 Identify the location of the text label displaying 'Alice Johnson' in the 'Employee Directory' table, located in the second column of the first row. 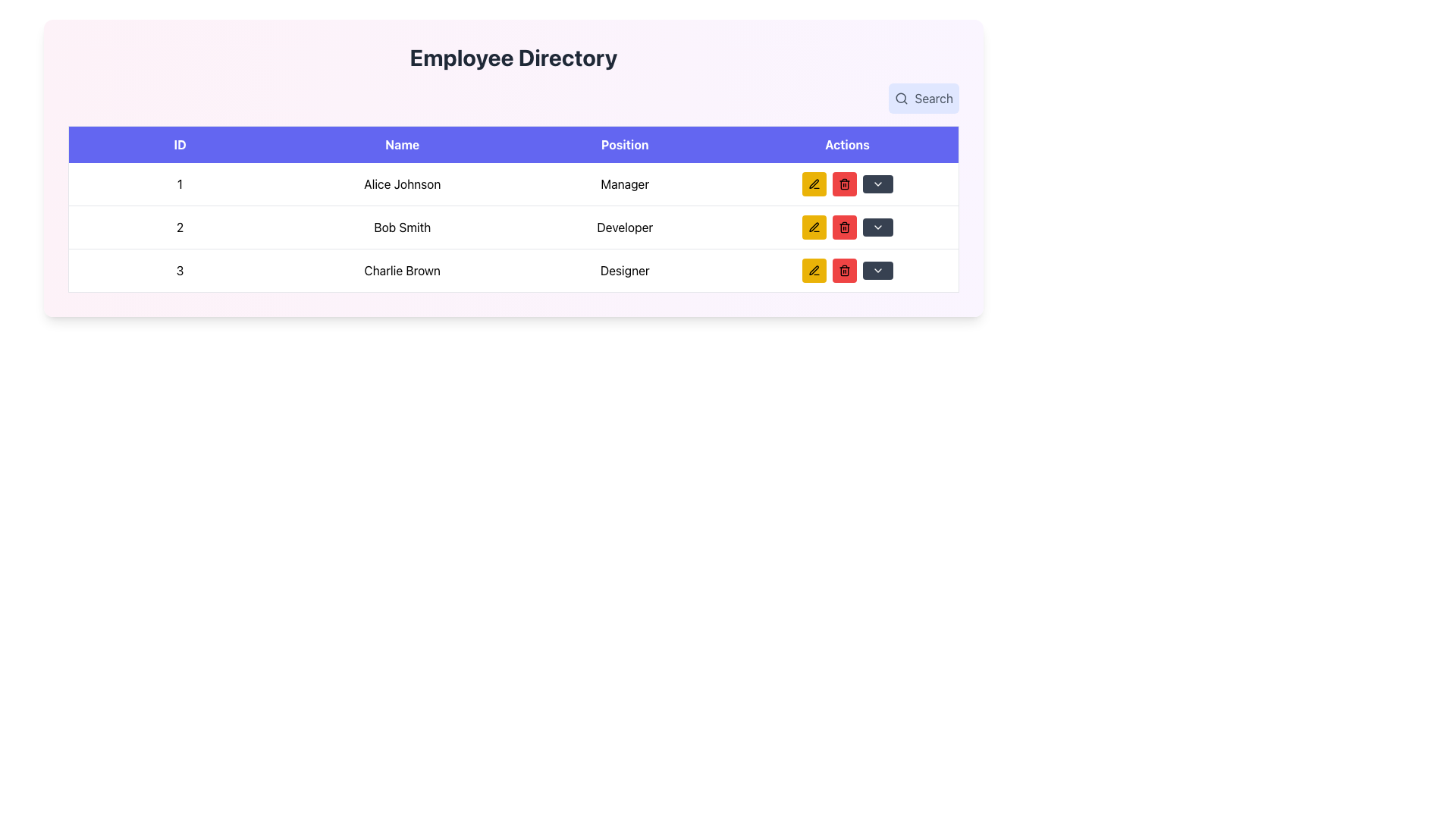
(402, 184).